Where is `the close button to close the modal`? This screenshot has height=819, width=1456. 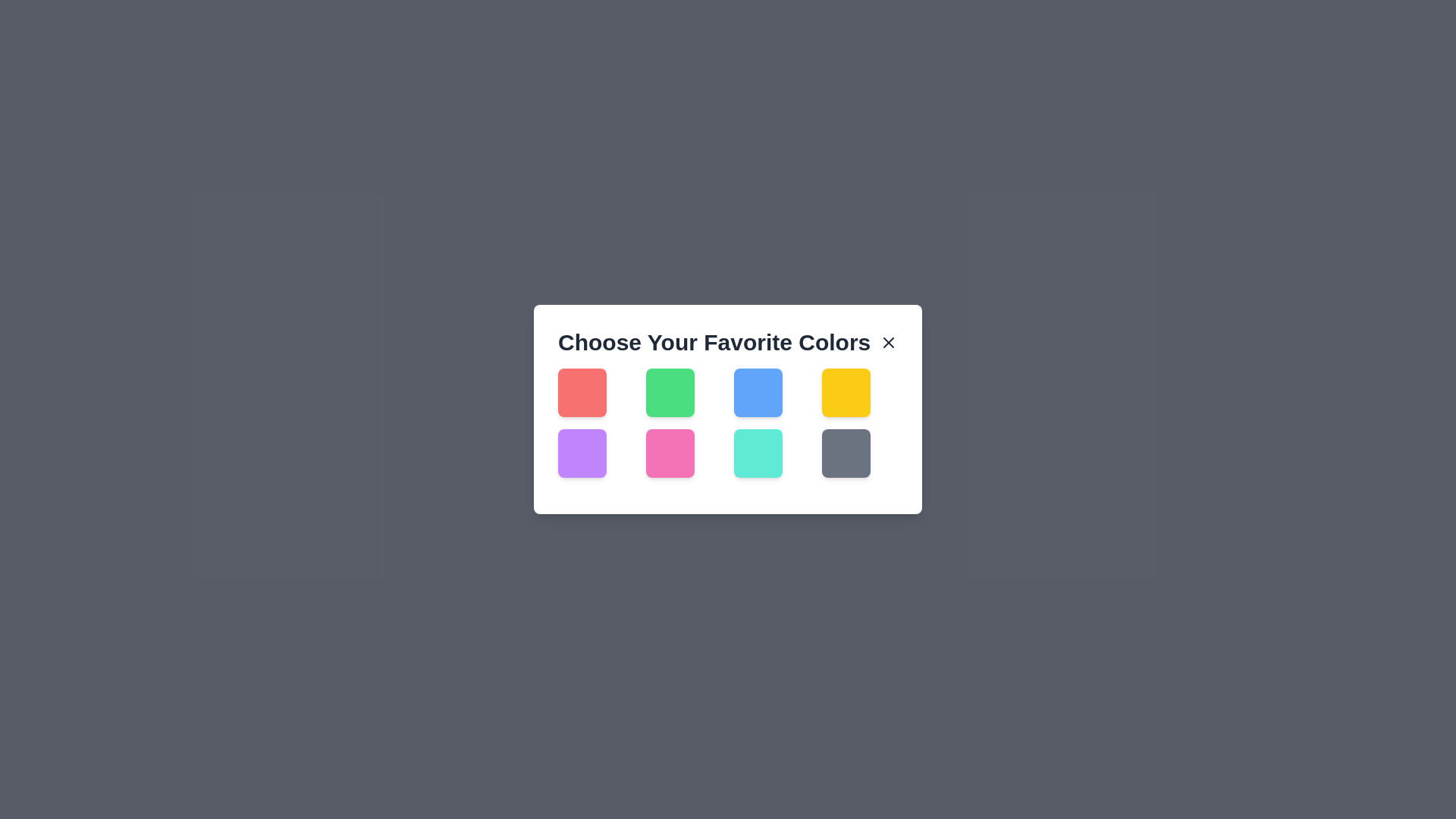 the close button to close the modal is located at coordinates (888, 342).